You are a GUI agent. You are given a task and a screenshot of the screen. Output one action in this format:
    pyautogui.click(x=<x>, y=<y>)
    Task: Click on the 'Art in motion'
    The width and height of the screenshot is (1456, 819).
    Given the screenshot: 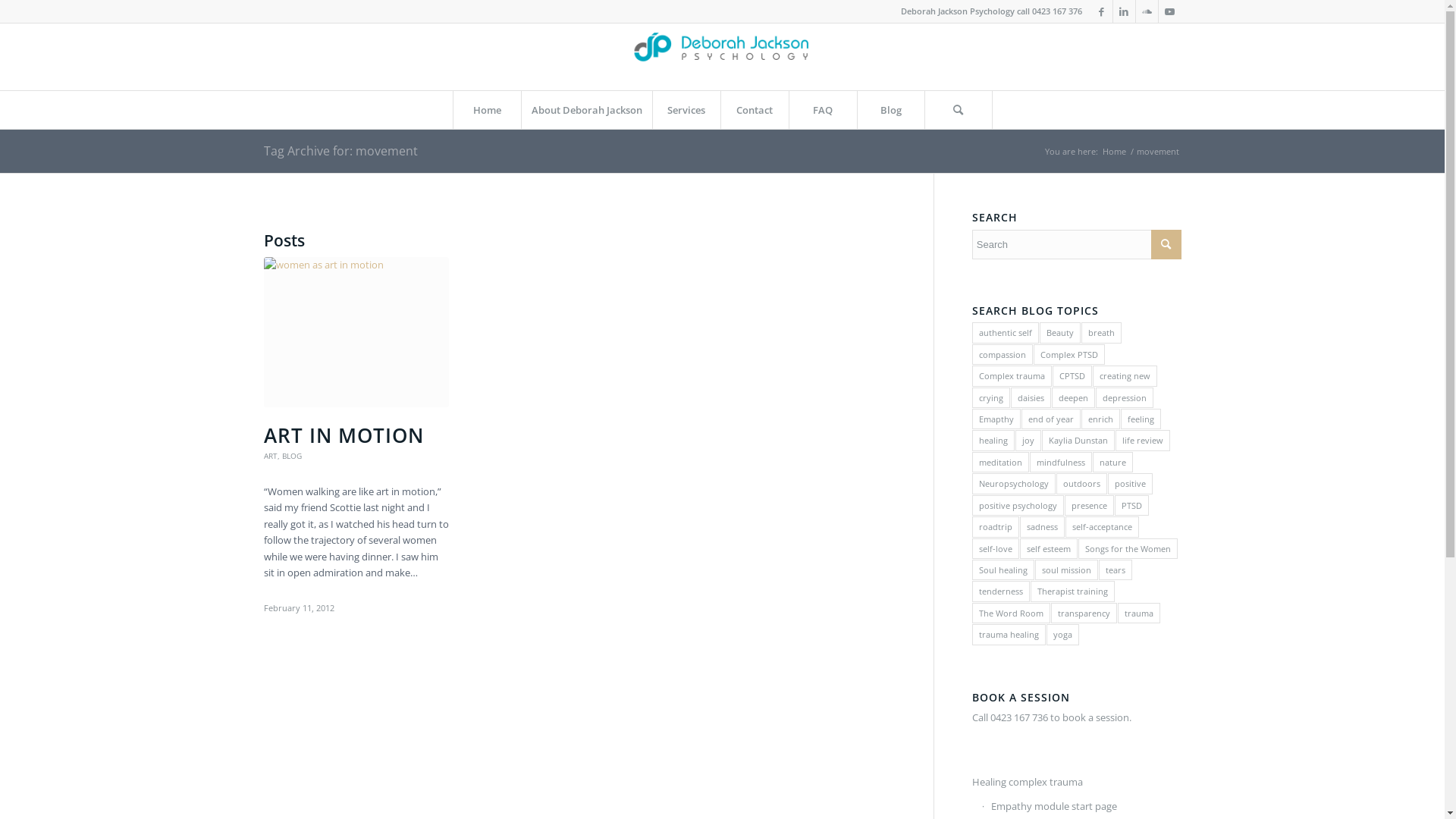 What is the action you would take?
    pyautogui.click(x=356, y=331)
    